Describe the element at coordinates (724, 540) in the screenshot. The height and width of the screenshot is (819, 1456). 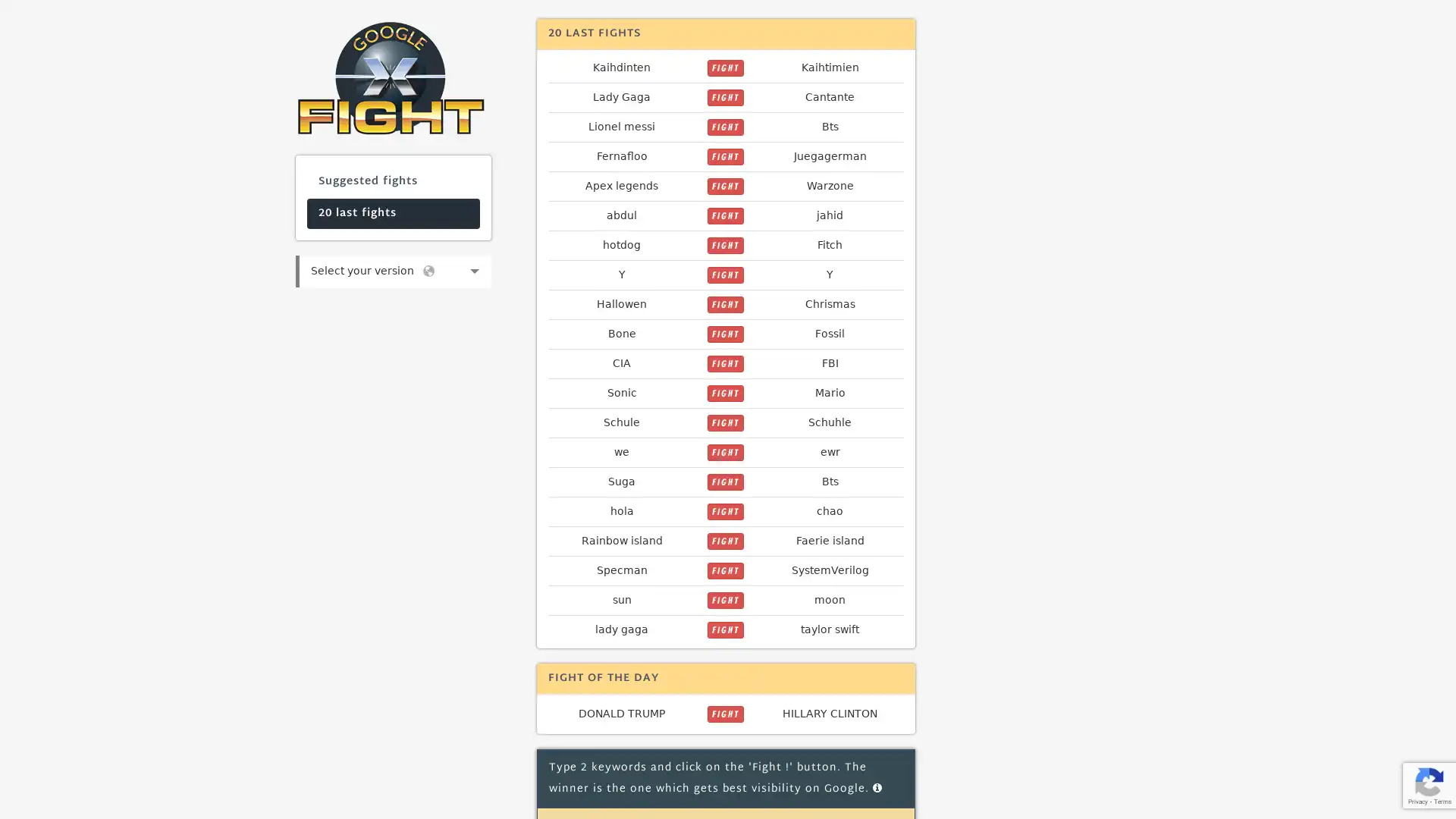
I see `FIGHT` at that location.